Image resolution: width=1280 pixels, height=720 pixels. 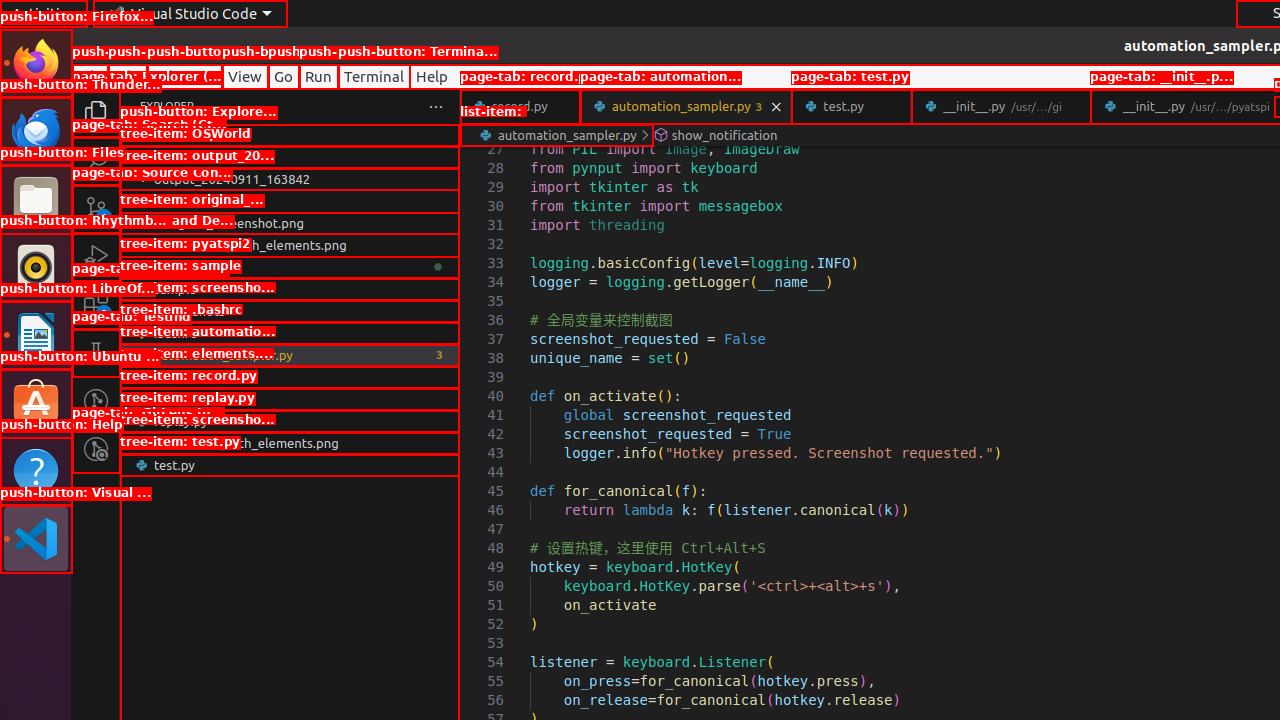 What do you see at coordinates (288, 442) in the screenshot?
I see `'screenshot_with_elements.png'` at bounding box center [288, 442].